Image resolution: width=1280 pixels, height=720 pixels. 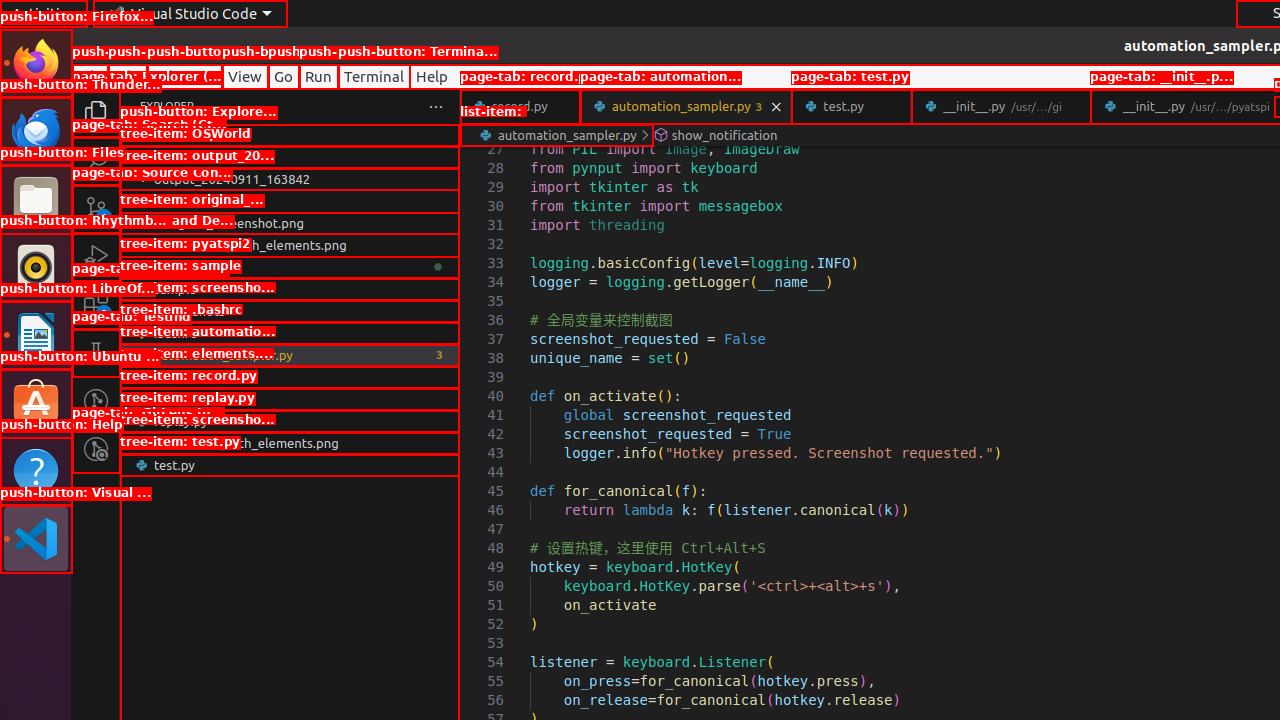 What do you see at coordinates (288, 442) in the screenshot?
I see `'screenshot_with_elements.png'` at bounding box center [288, 442].